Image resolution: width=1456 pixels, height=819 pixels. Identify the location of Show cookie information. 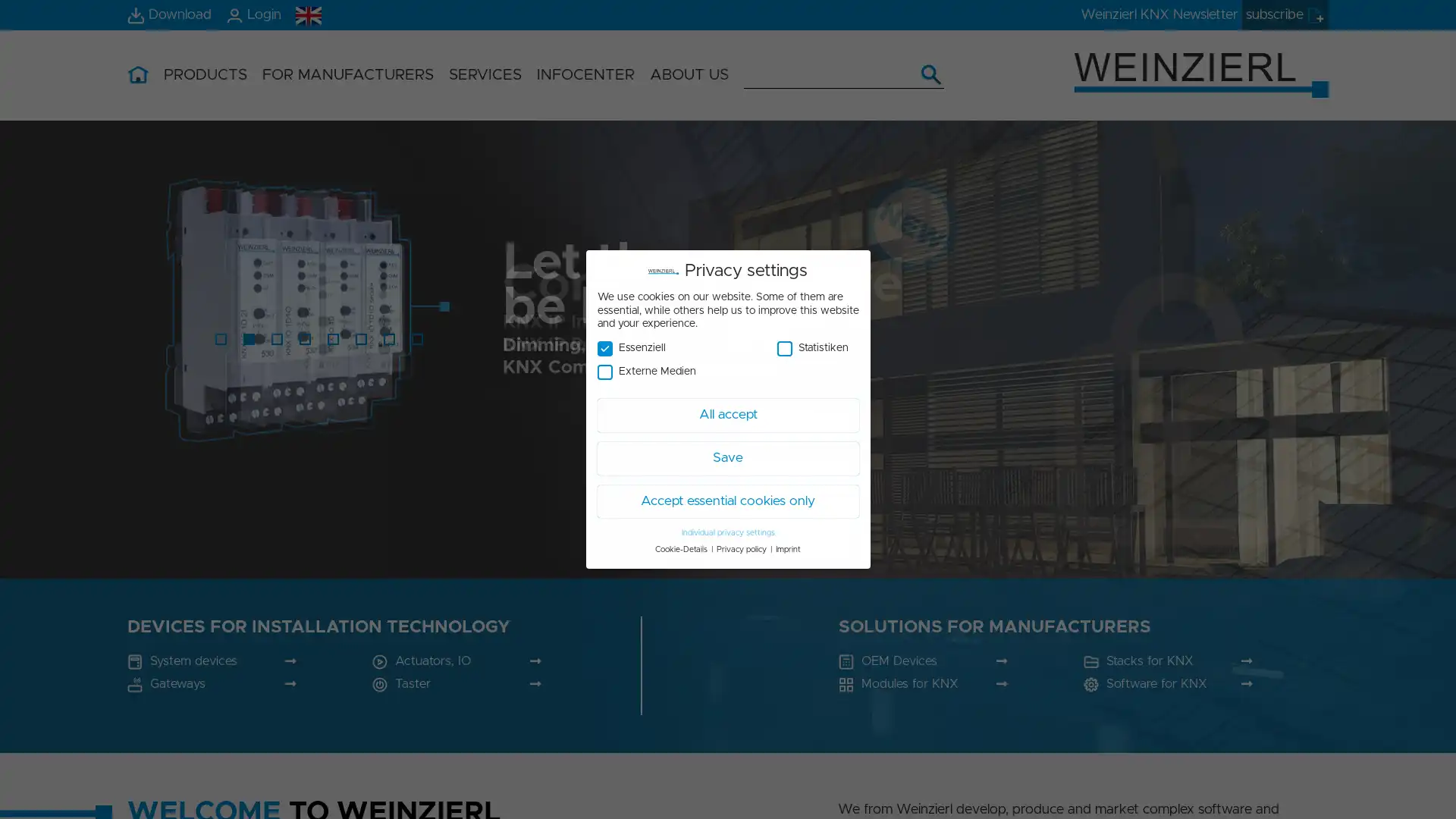
(726, 808).